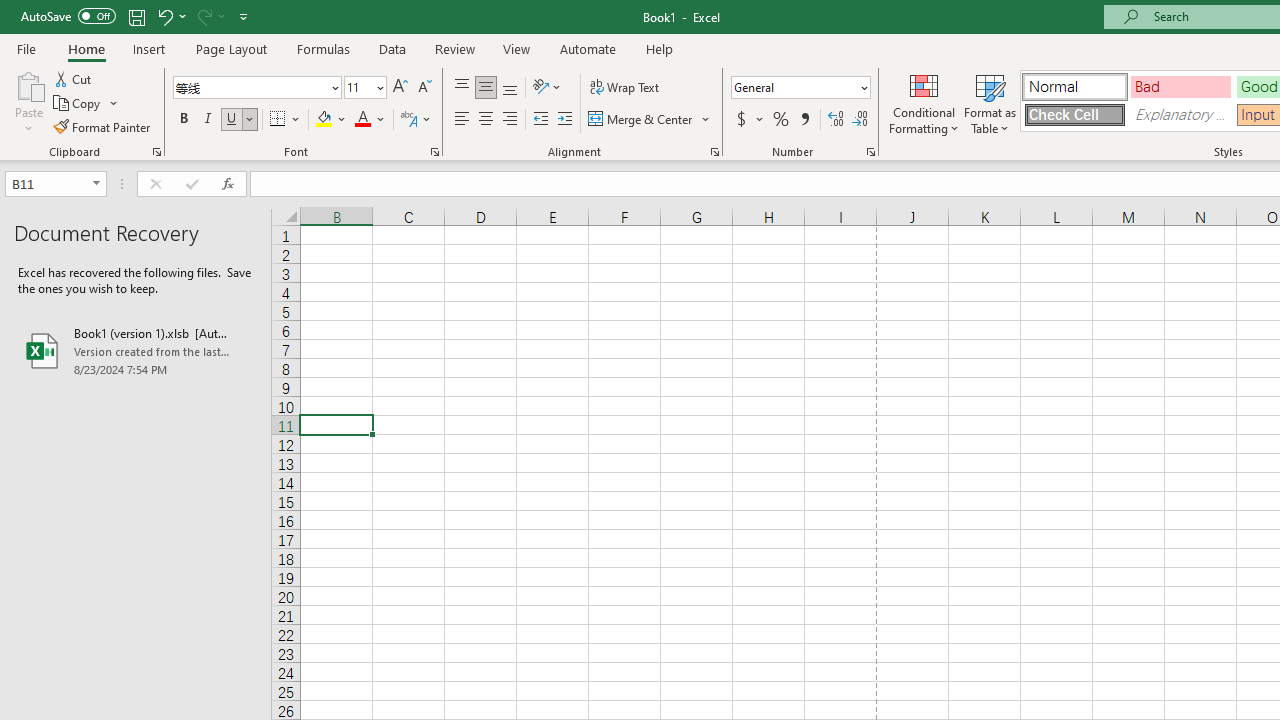  What do you see at coordinates (540, 119) in the screenshot?
I see `'Decrease Indent'` at bounding box center [540, 119].